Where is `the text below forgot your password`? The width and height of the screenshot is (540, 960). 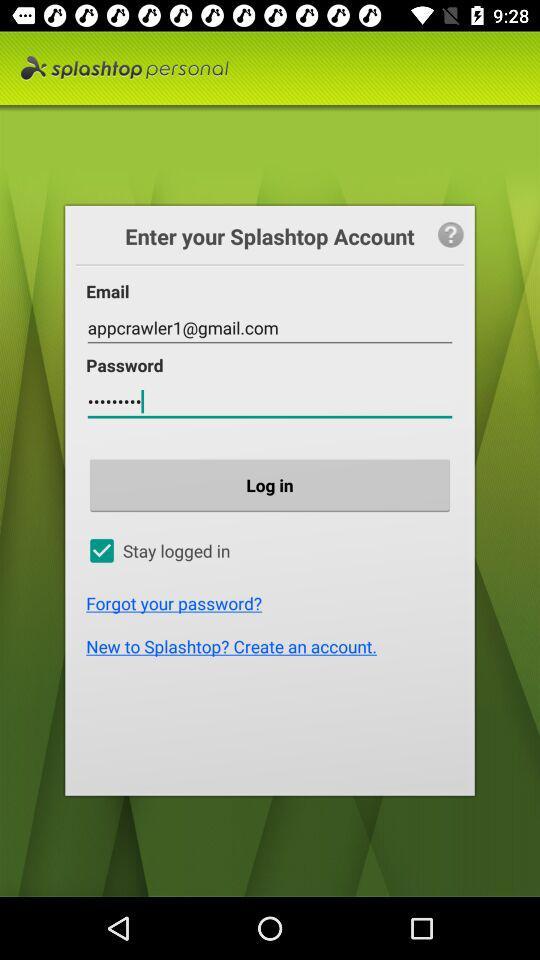
the text below forgot your password is located at coordinates (274, 645).